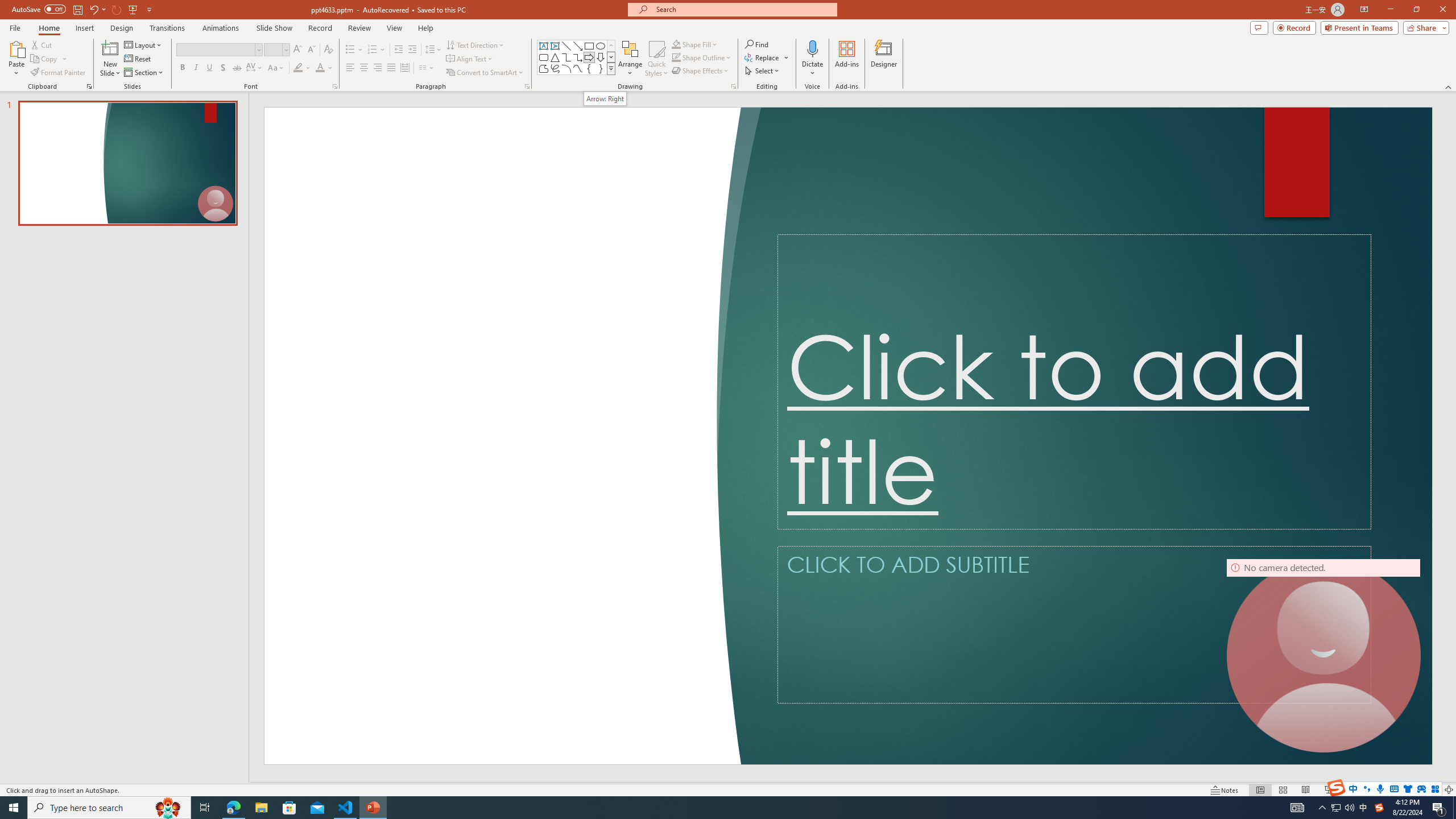 The height and width of the screenshot is (819, 1456). Describe the element at coordinates (554, 45) in the screenshot. I see `'Vertical Text Box'` at that location.